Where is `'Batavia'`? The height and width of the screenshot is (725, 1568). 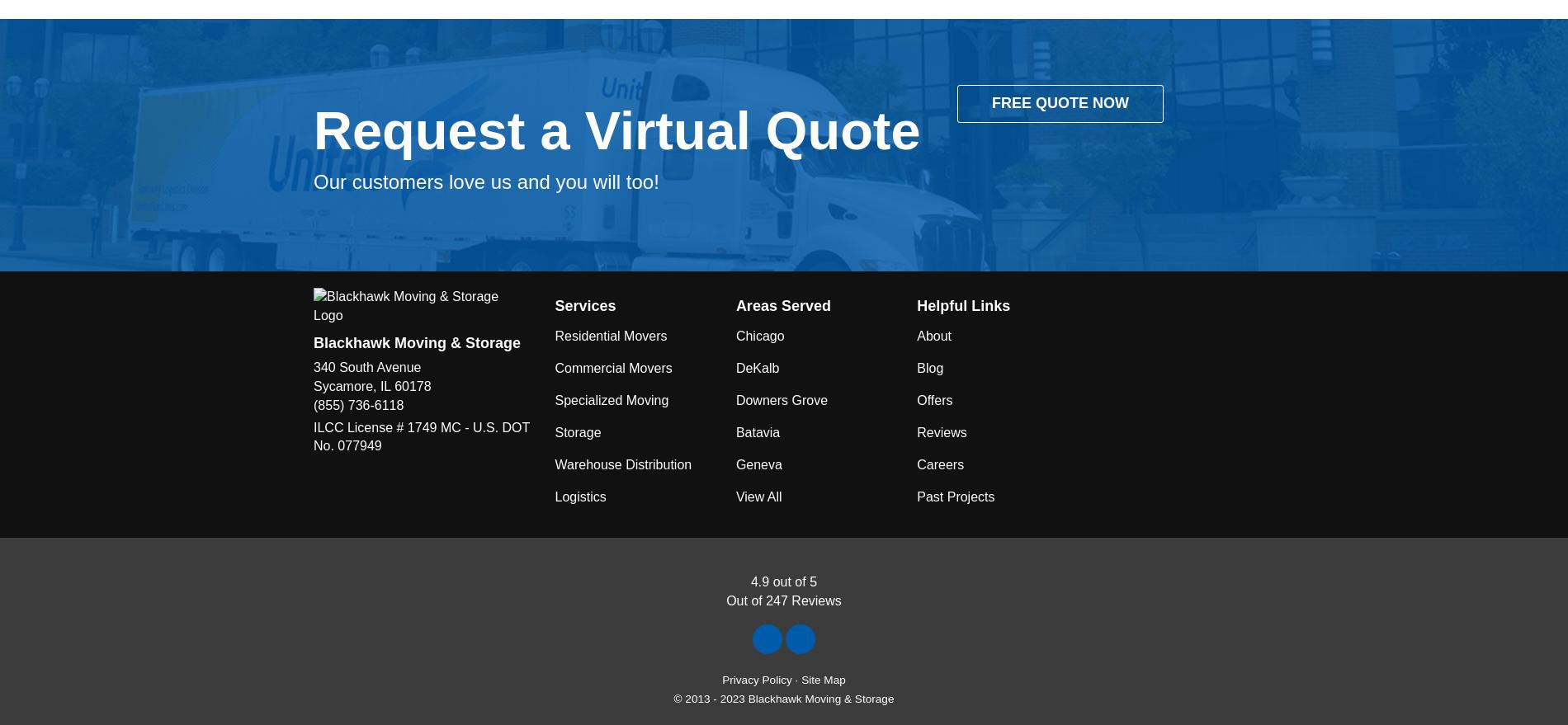 'Batavia' is located at coordinates (757, 431).